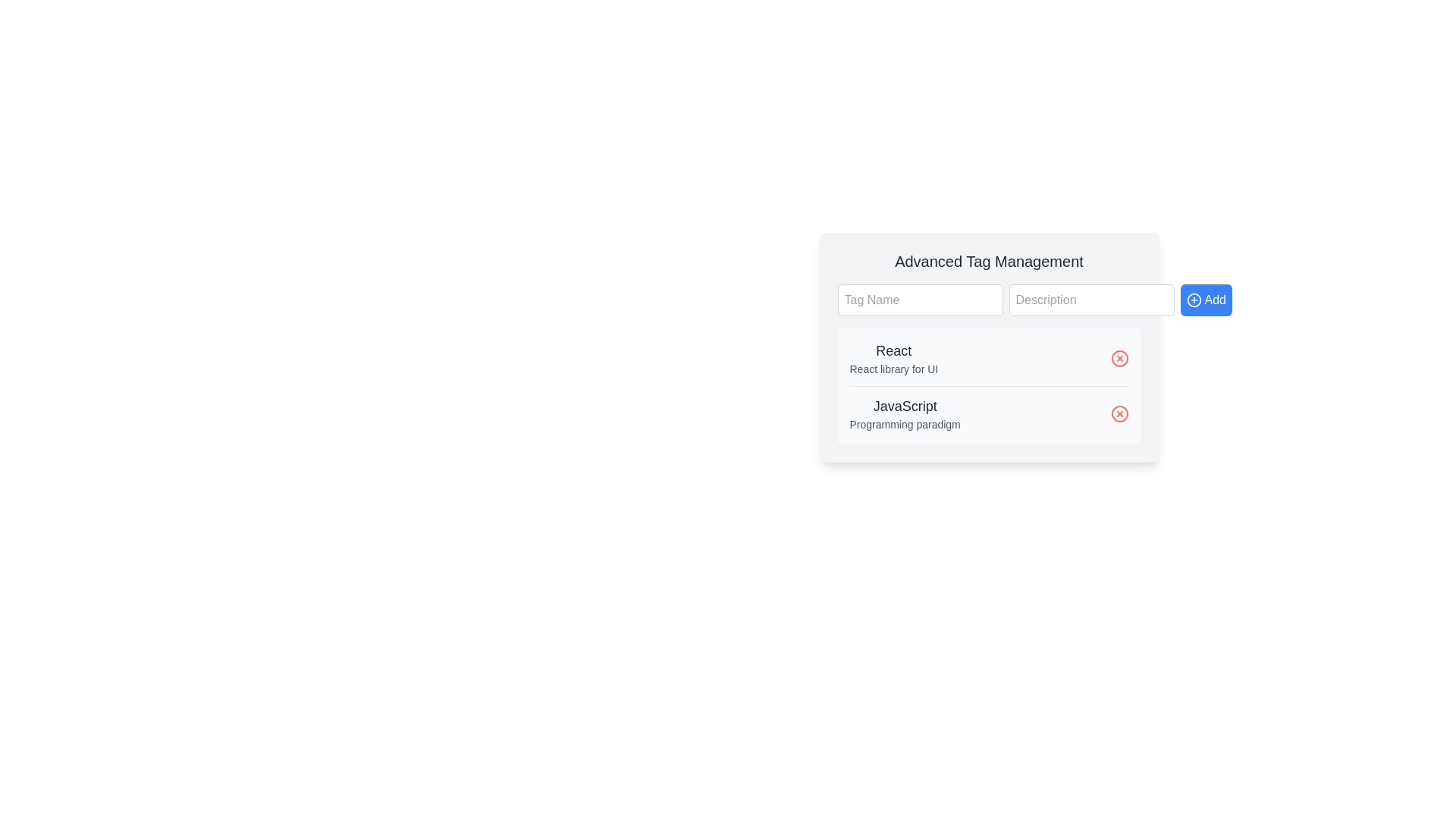  What do you see at coordinates (1193, 300) in the screenshot?
I see `the 'Add' icon located on the right side of the interface` at bounding box center [1193, 300].